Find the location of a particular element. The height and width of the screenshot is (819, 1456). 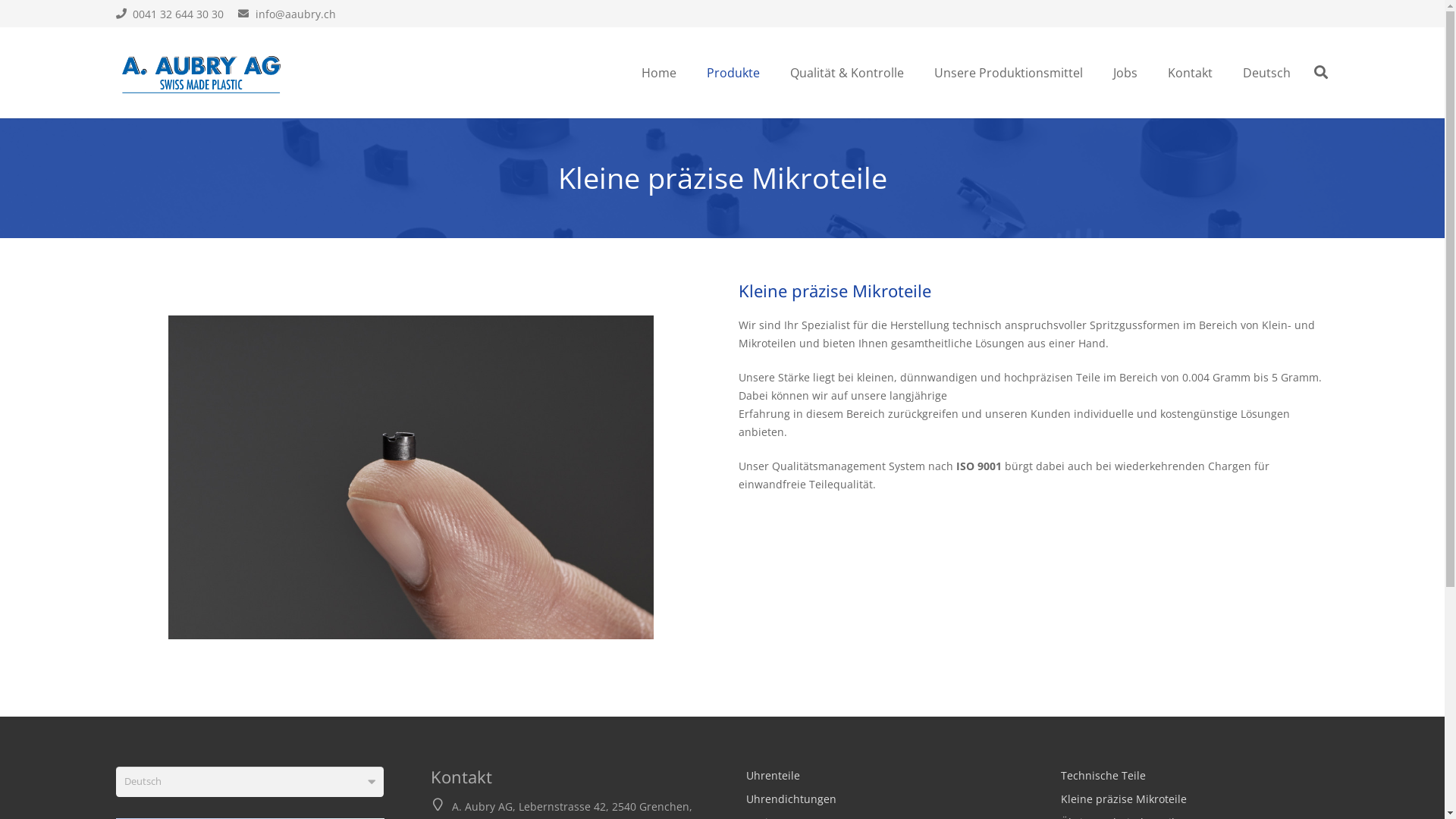

'Deutsch' is located at coordinates (115, 781).